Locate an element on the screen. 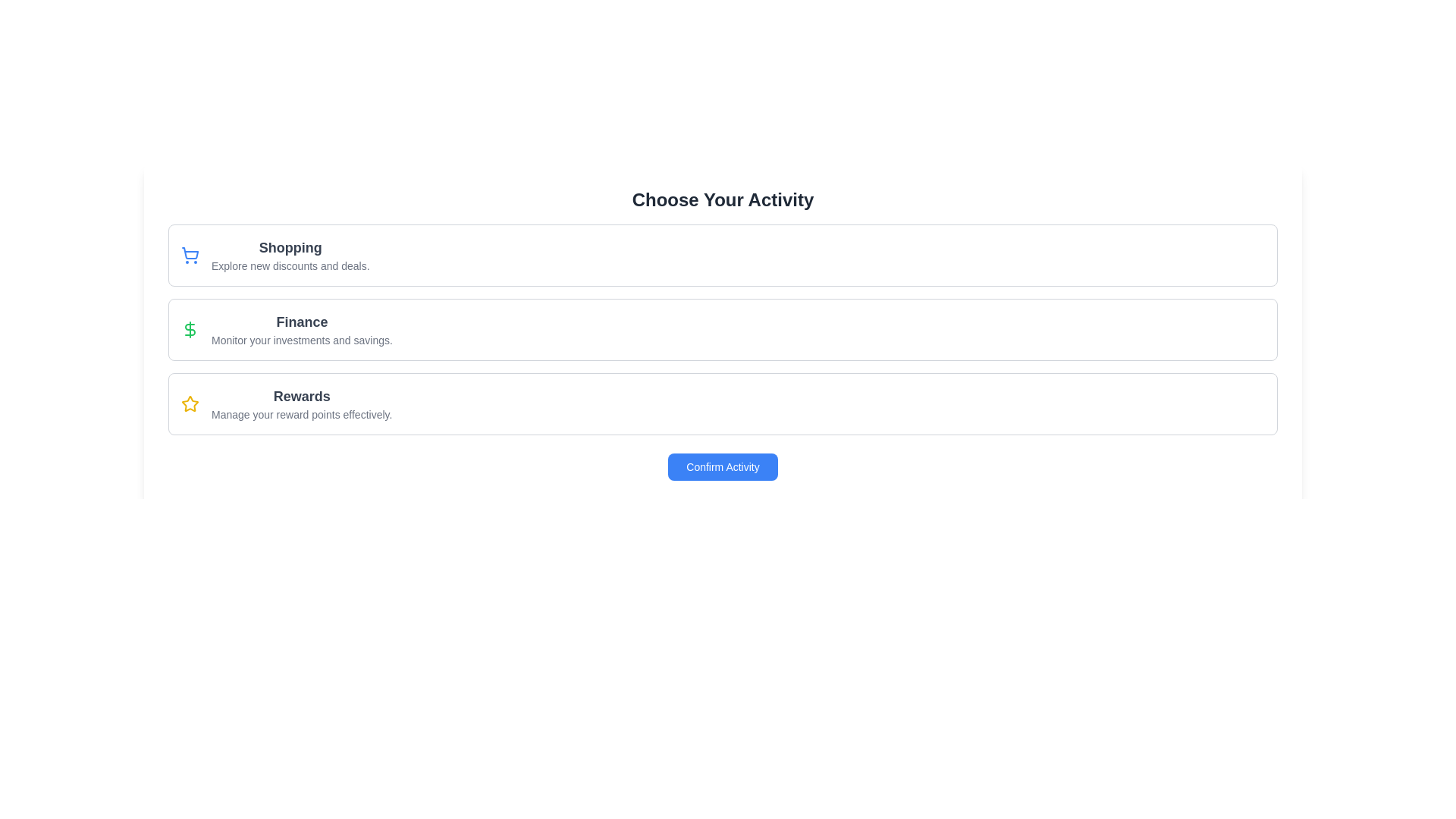 This screenshot has height=819, width=1456. the first clickable section of the shopping activities, discounts, and deals Text block for additional effects is located at coordinates (290, 254).